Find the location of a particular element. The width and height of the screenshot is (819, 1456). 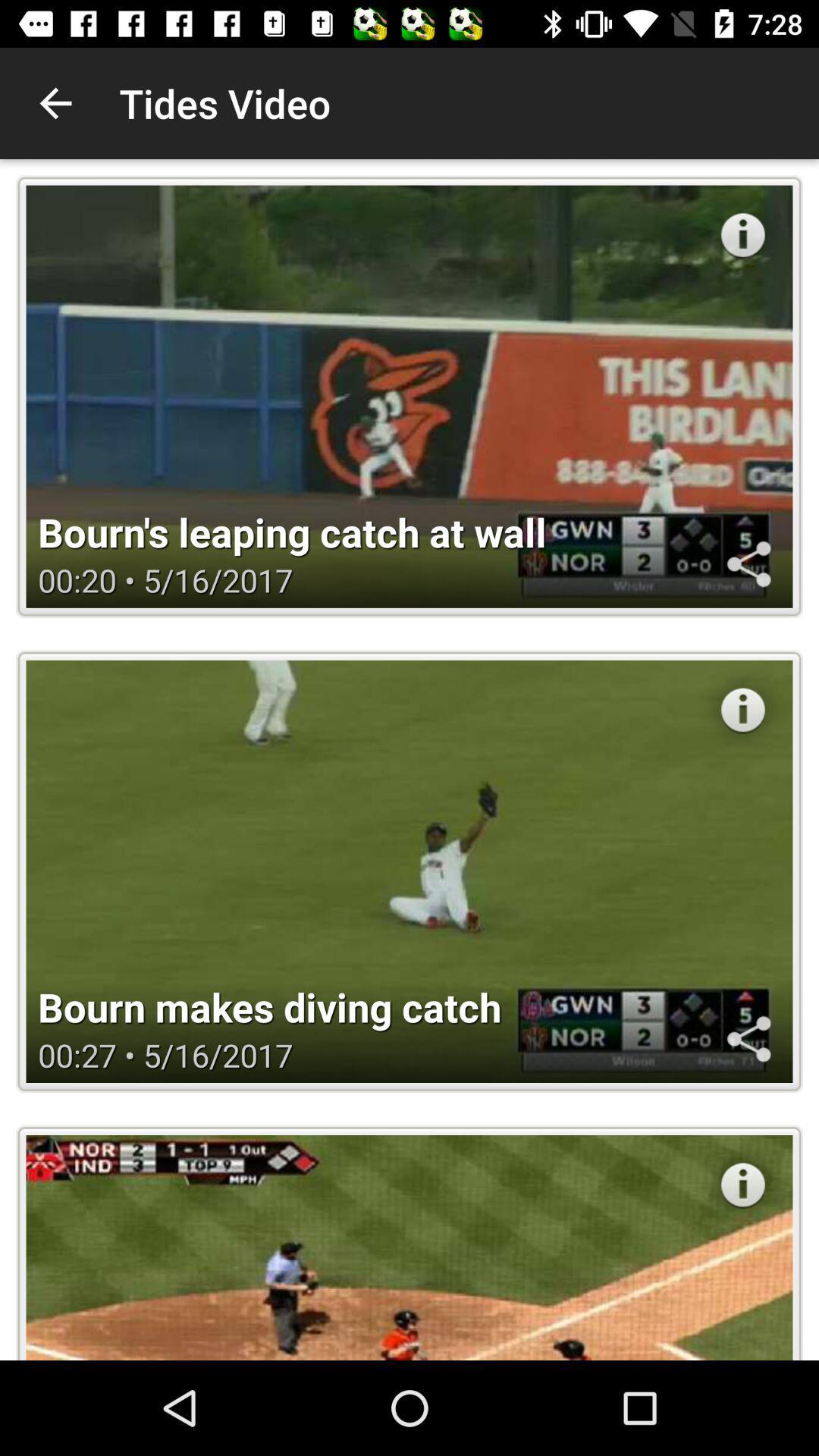

share video is located at coordinates (748, 563).